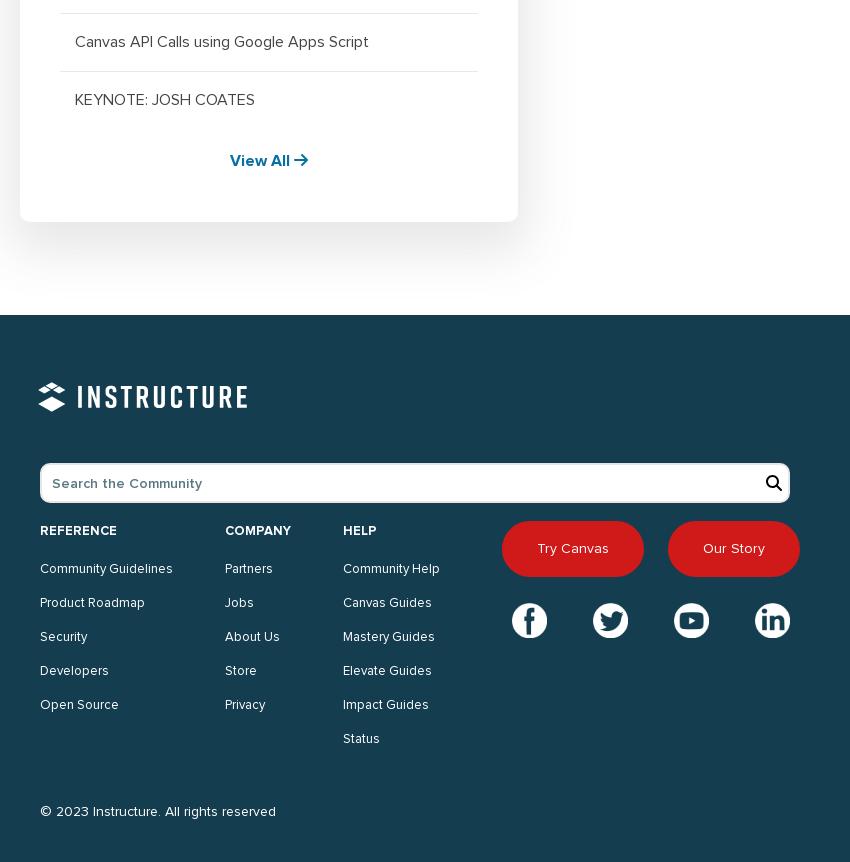 This screenshot has height=862, width=850. What do you see at coordinates (158, 809) in the screenshot?
I see `'© 2023 Instructure. All rights reserved'` at bounding box center [158, 809].